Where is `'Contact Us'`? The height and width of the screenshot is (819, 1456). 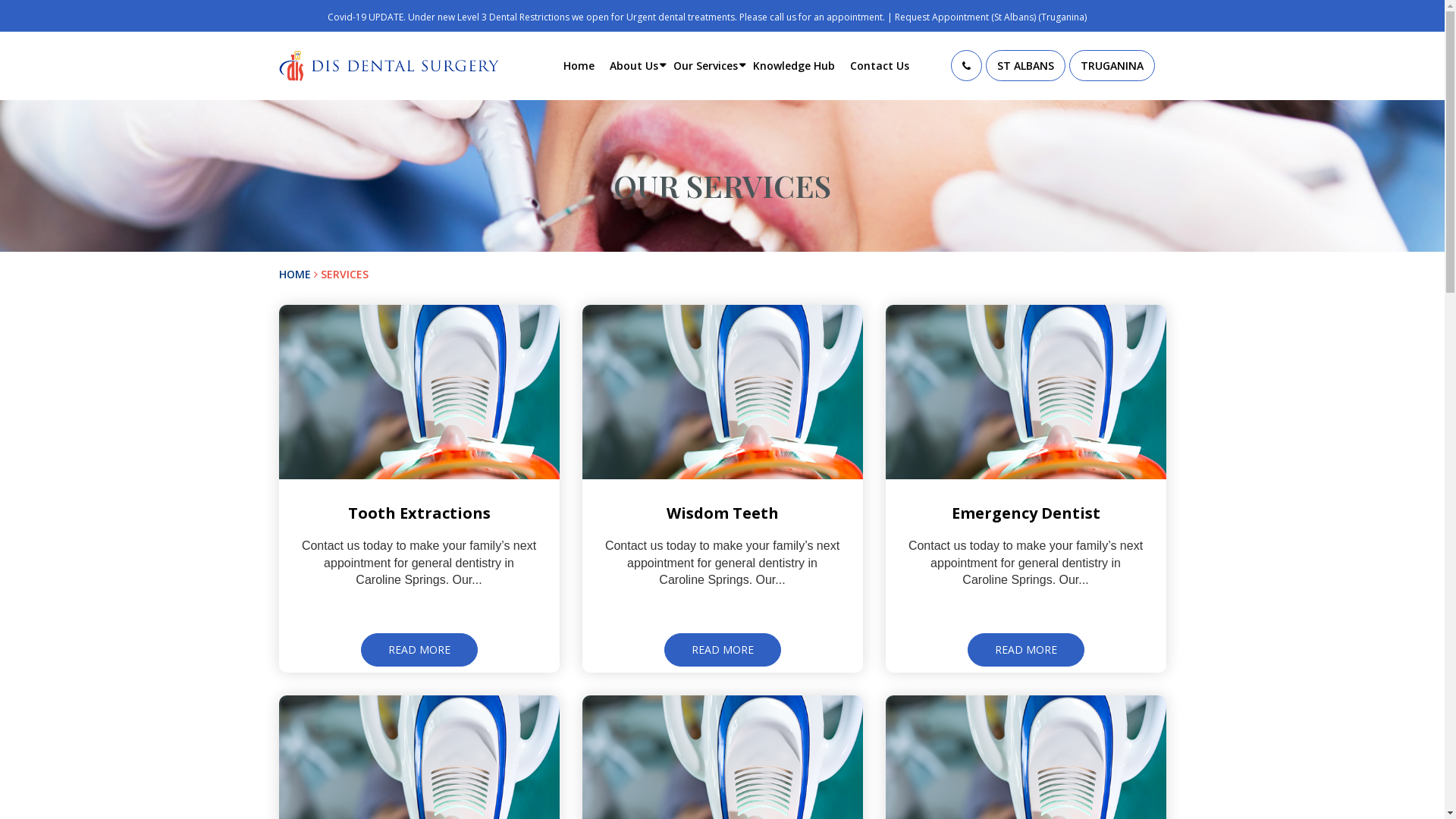
'Contact Us' is located at coordinates (841, 64).